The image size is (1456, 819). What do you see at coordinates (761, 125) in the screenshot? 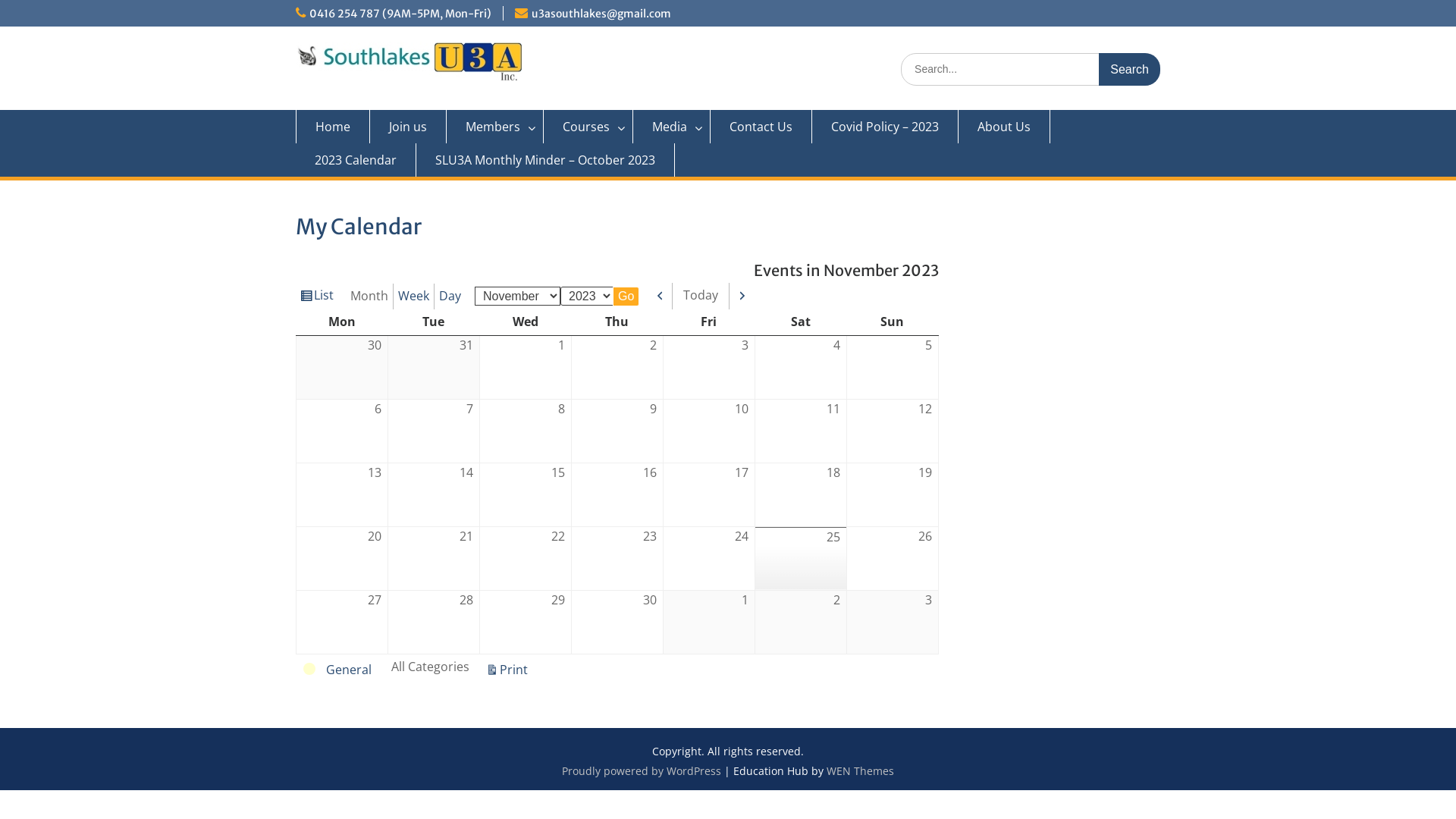
I see `'Contact Us'` at bounding box center [761, 125].